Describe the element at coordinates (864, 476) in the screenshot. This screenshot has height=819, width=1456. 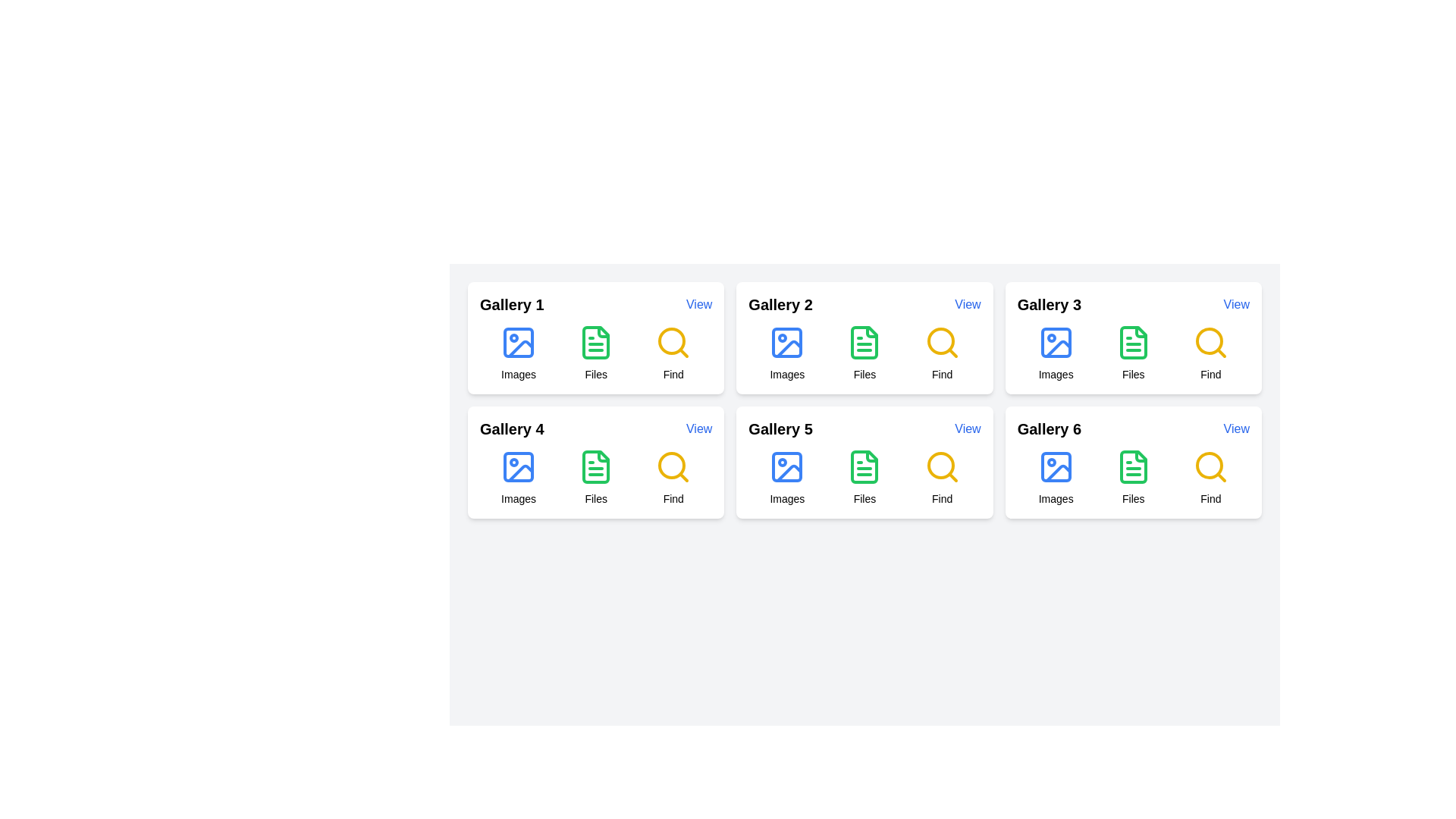
I see `the 'Files' icon element, which consists of a green document icon with a label below it, centered in a horizontal group of options` at that location.